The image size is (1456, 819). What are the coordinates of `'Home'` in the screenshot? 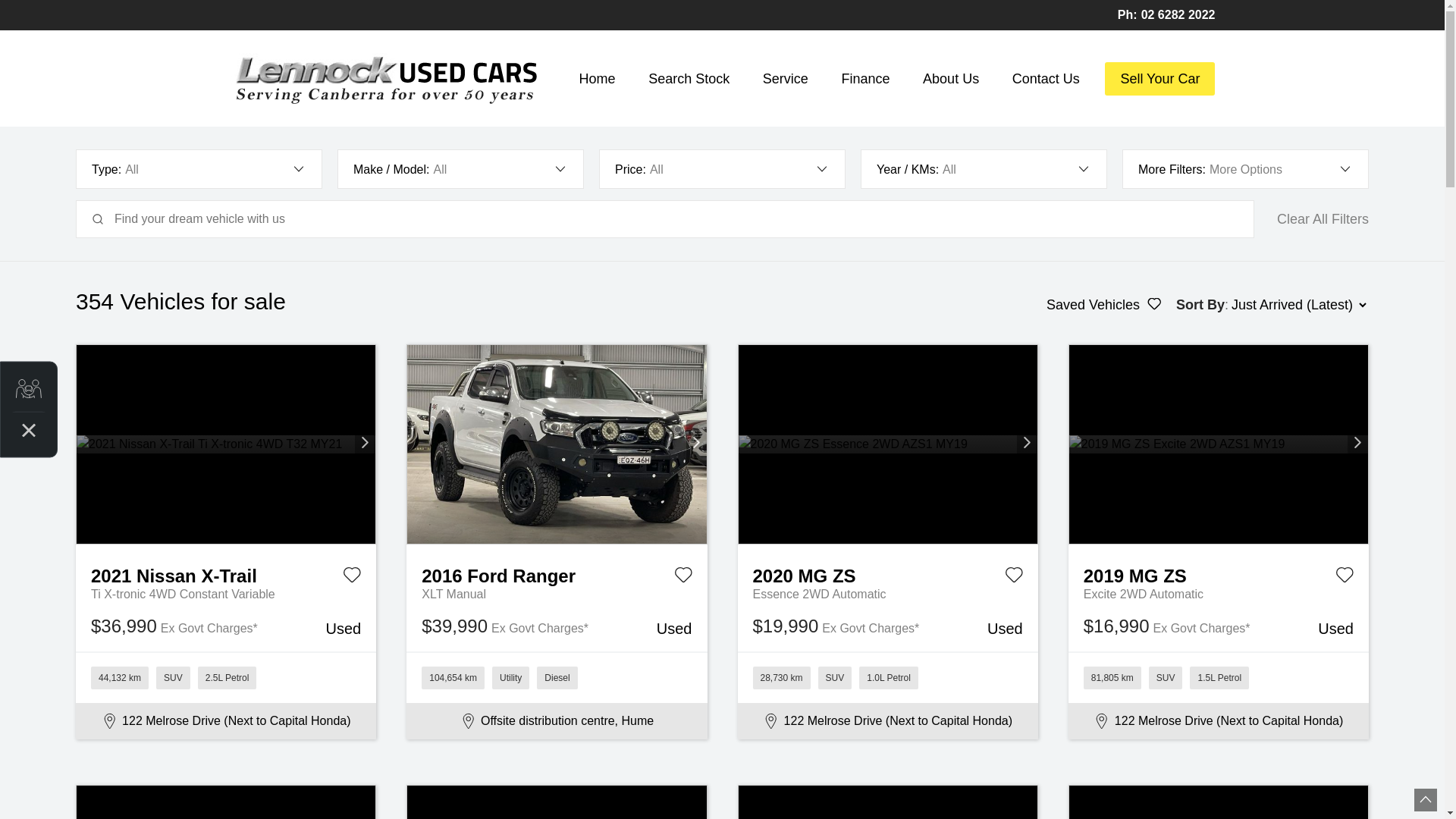 It's located at (596, 79).